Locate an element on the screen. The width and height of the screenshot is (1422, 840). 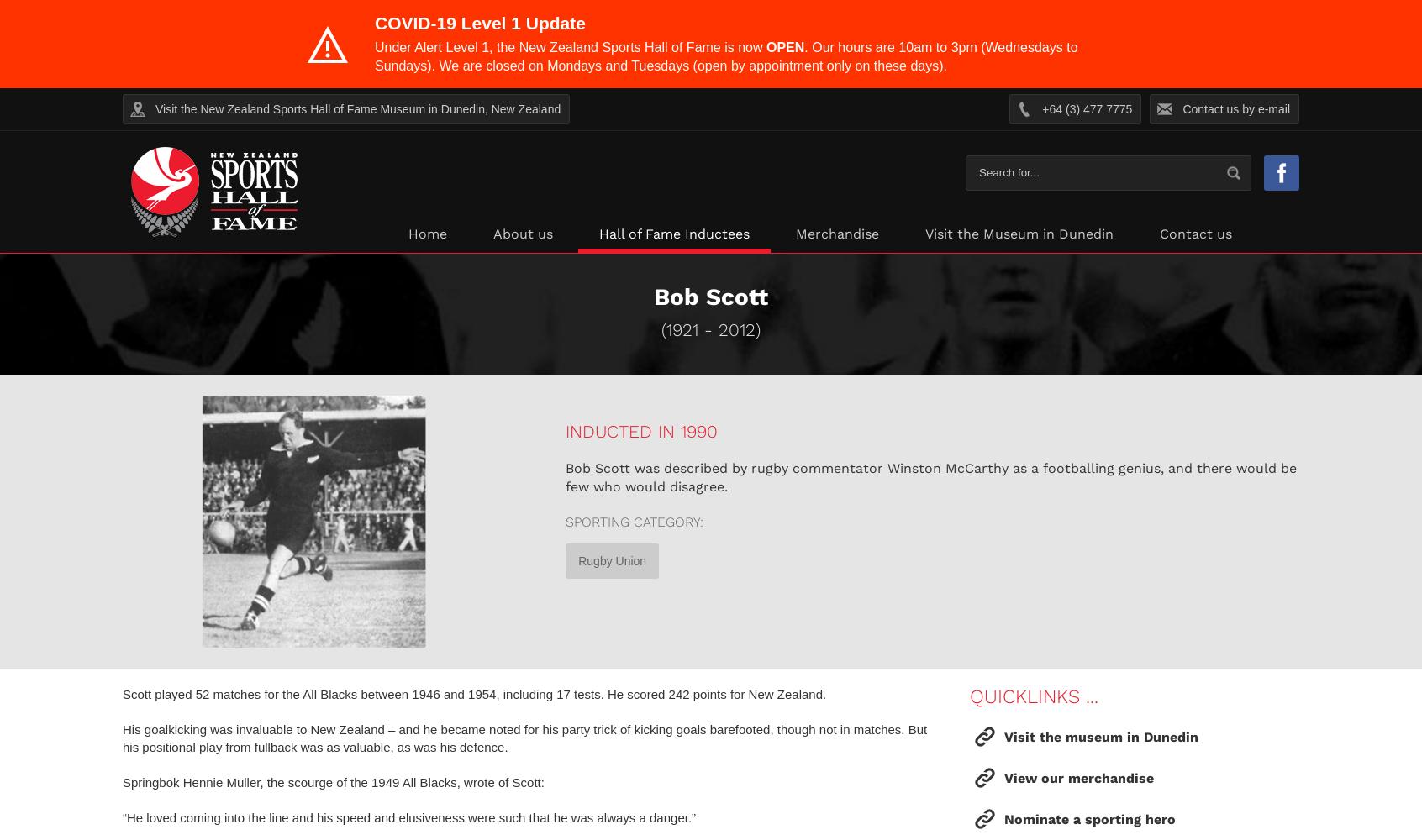
'(1921 - 2012)' is located at coordinates (711, 329).